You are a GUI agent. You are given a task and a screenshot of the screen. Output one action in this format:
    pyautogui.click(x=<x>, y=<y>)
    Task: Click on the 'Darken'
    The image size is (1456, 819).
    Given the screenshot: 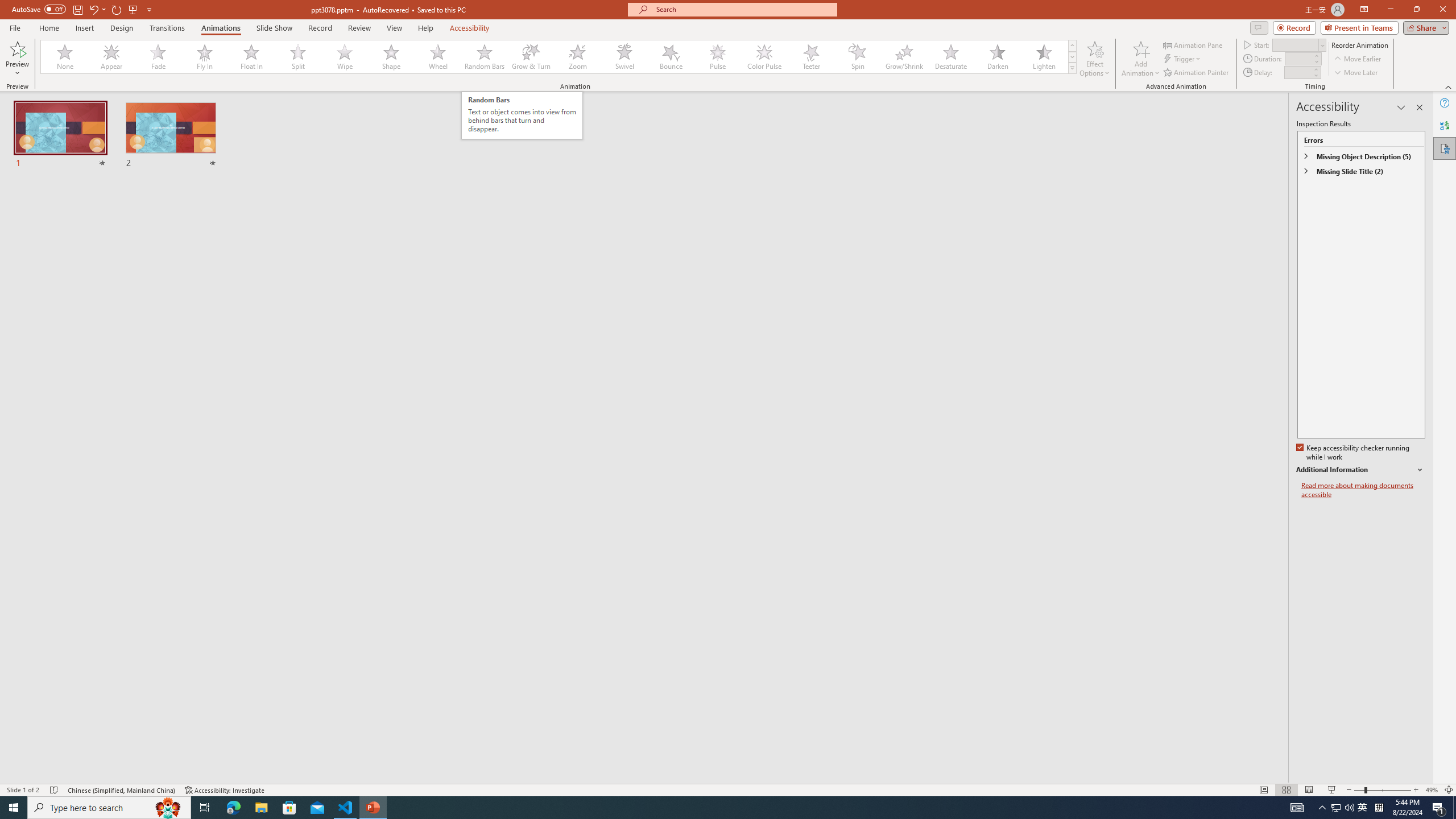 What is the action you would take?
    pyautogui.click(x=996, y=56)
    